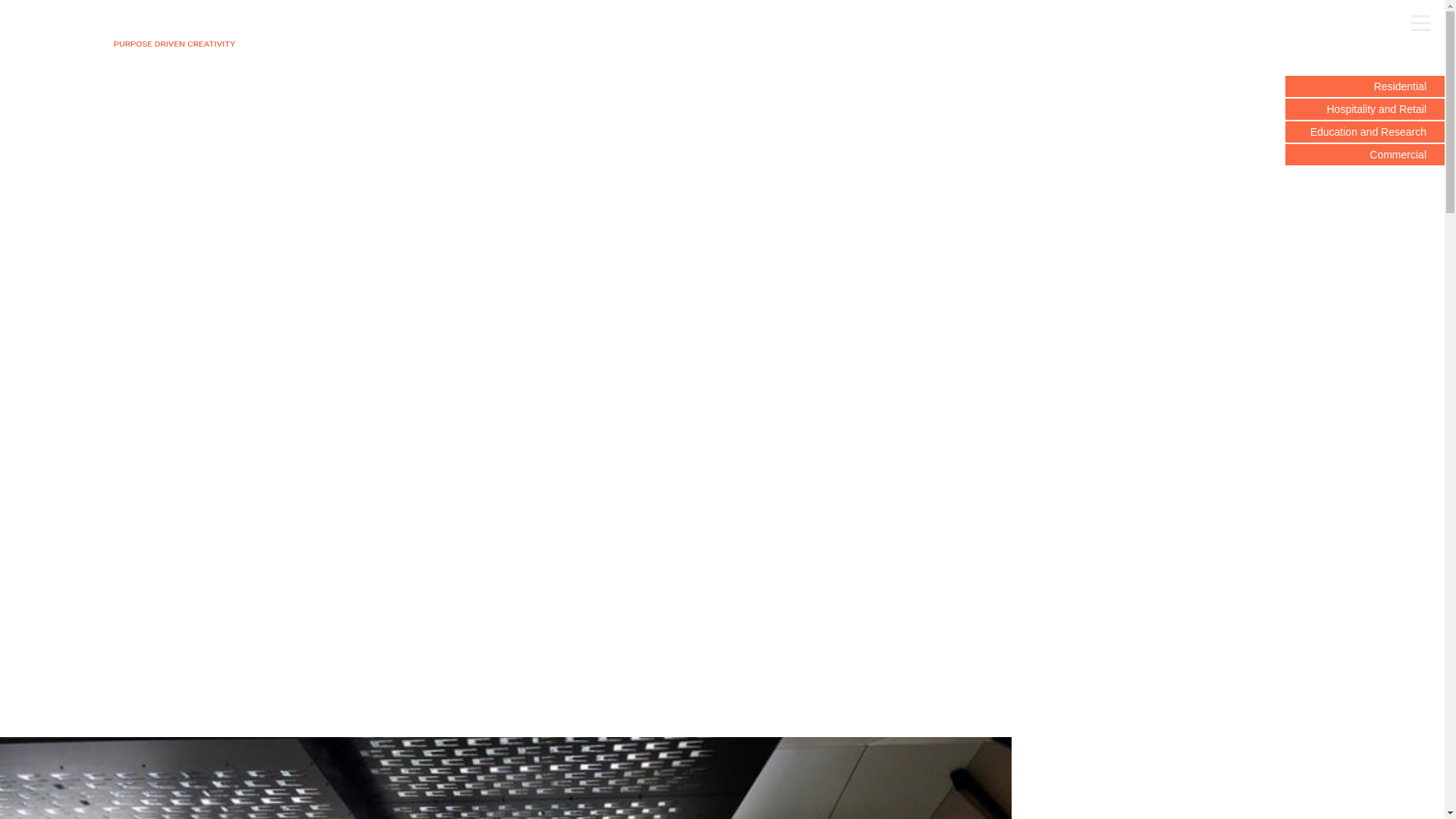  I want to click on 'Education and Research', so click(1365, 130).